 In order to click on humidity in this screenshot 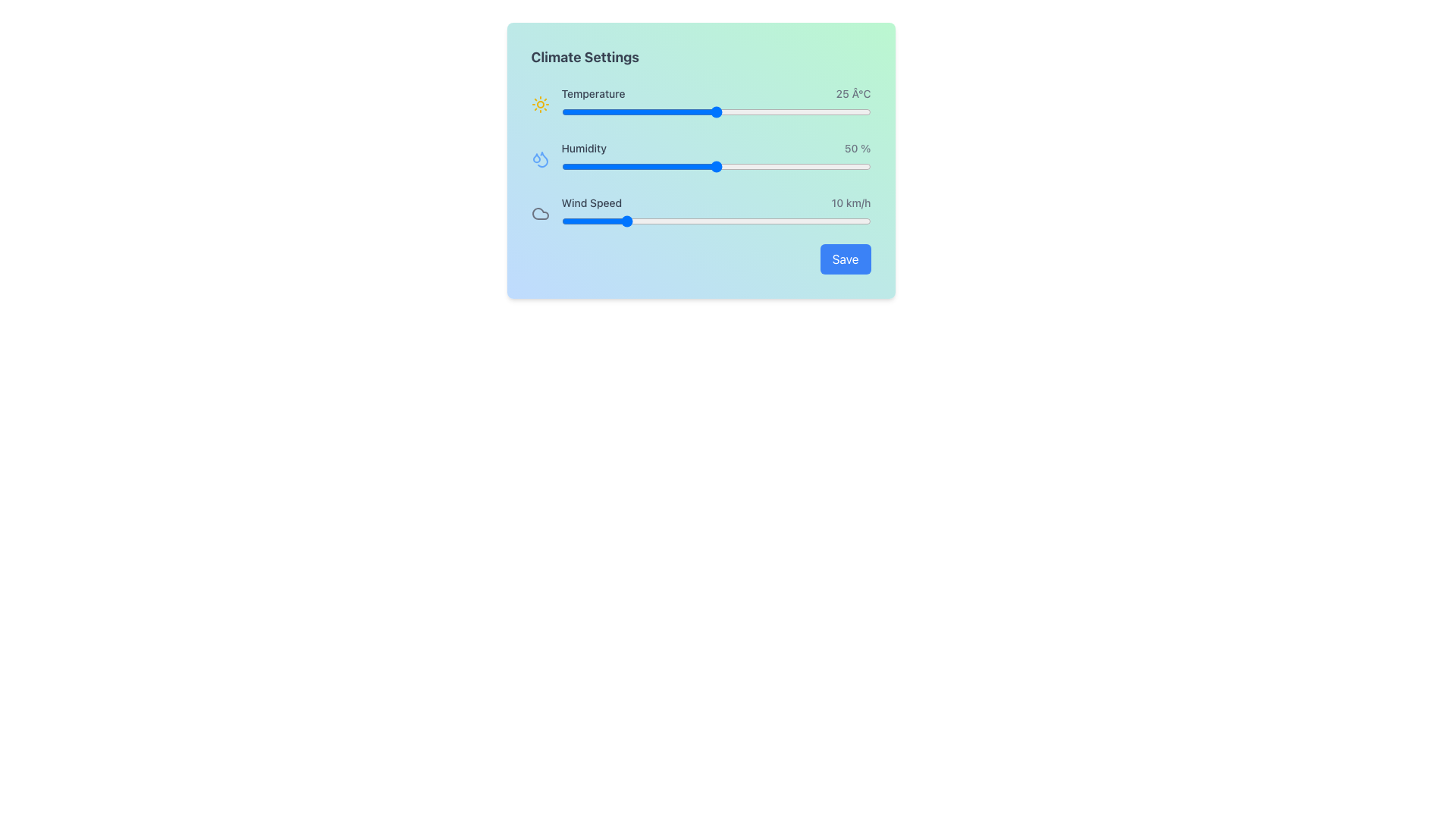, I will do `click(669, 166)`.